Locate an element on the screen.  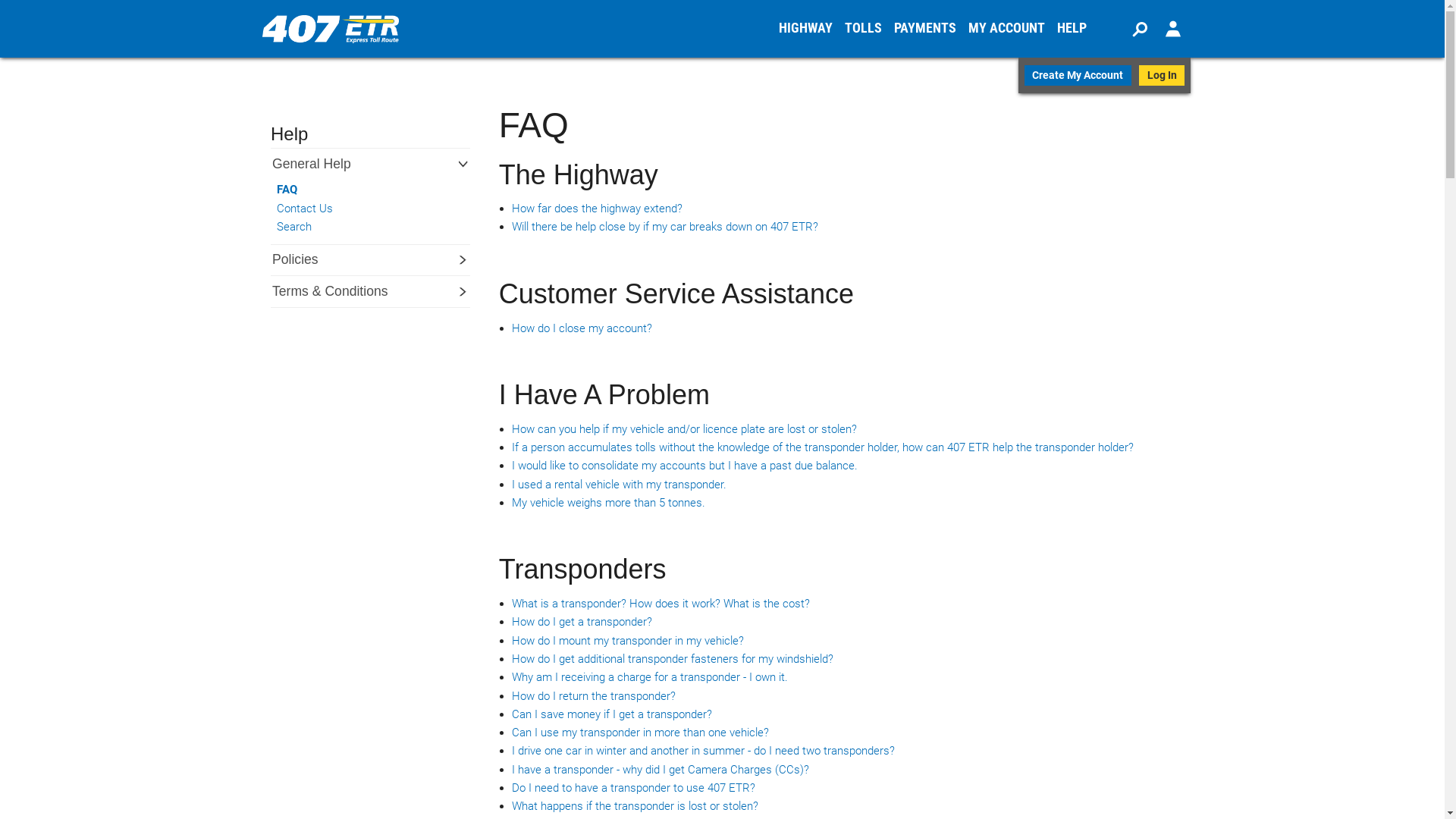
'Policies' is located at coordinates (270, 259).